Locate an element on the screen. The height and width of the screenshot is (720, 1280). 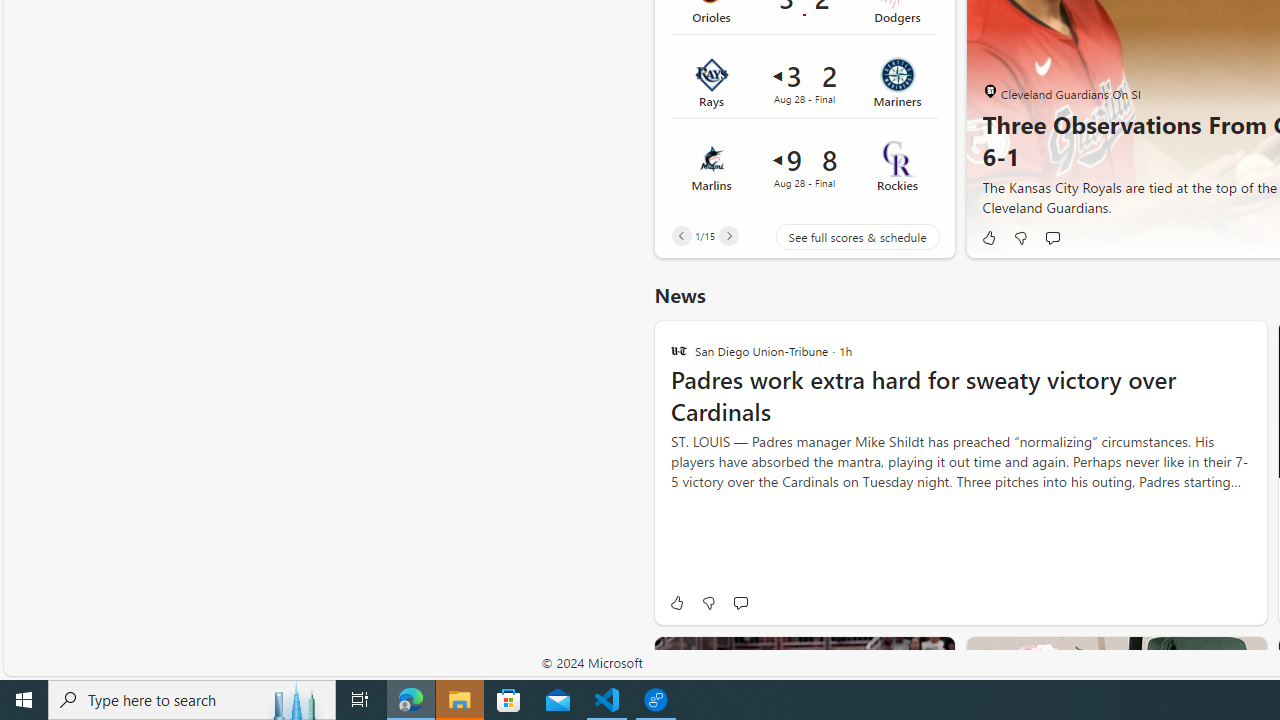
'Previous' is located at coordinates (681, 235).